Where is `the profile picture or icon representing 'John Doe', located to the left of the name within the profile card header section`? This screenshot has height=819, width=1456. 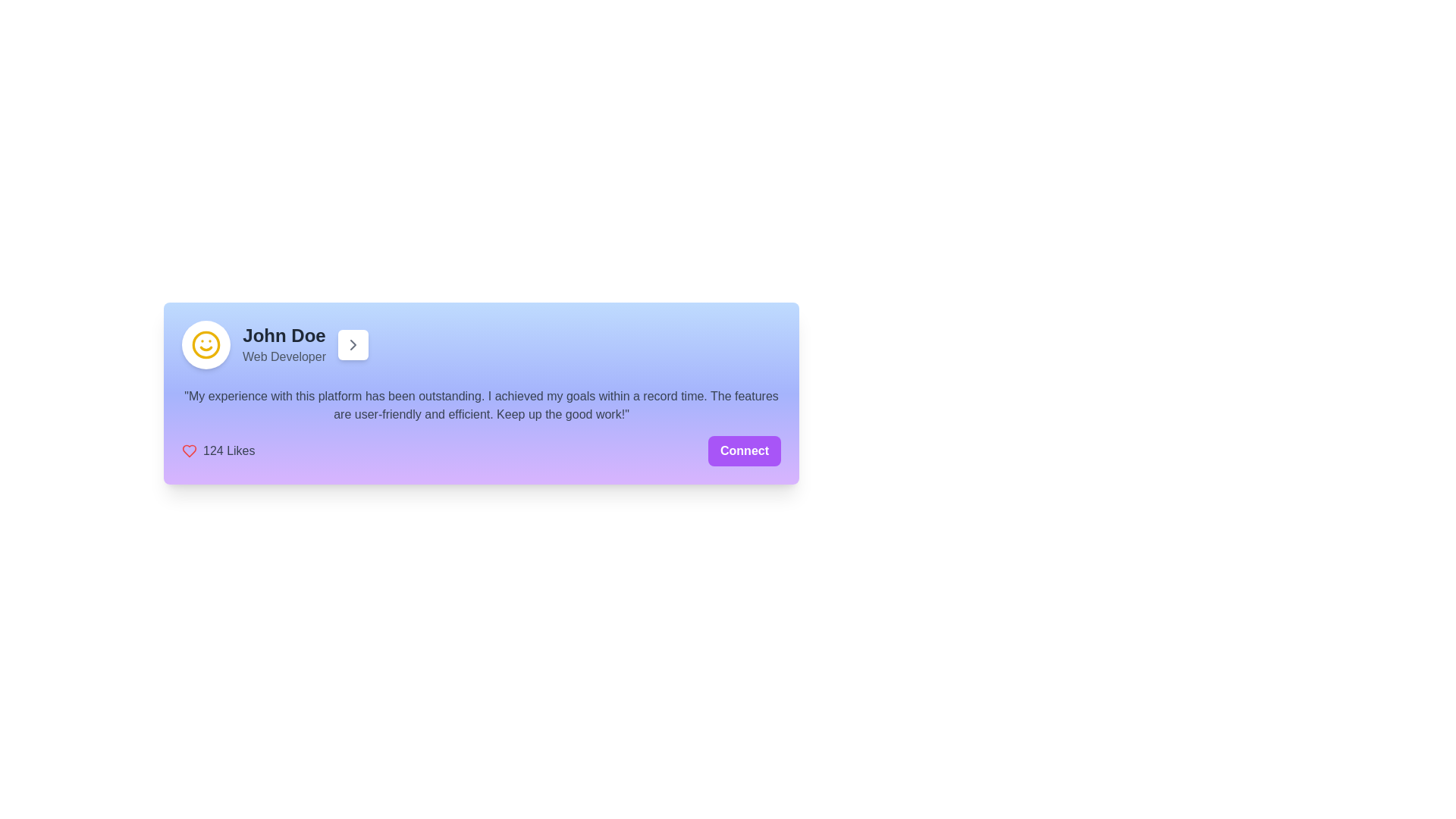 the profile picture or icon representing 'John Doe', located to the left of the name within the profile card header section is located at coordinates (206, 345).